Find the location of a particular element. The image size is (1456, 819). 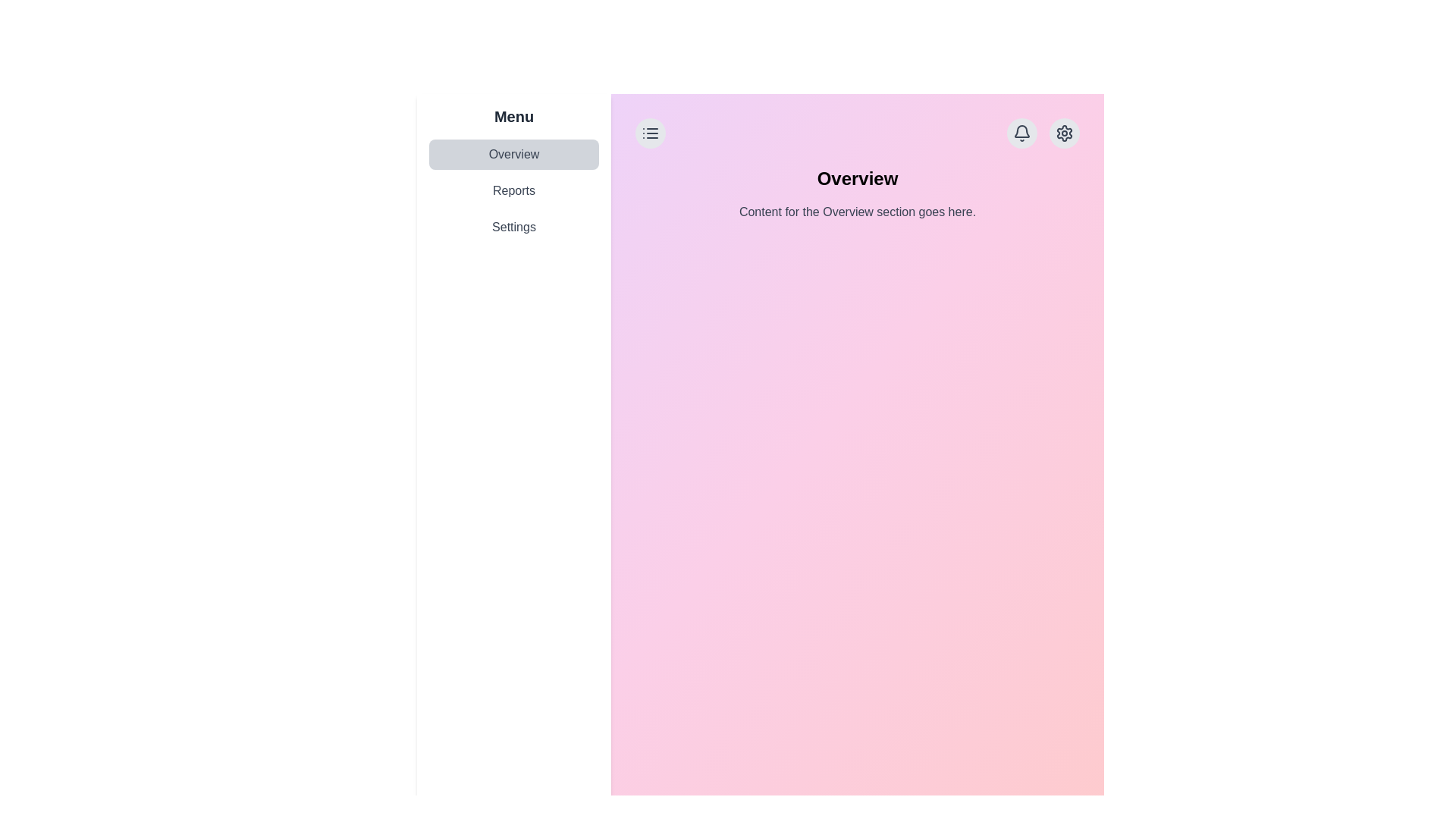

the text block that reads 'Content for the Overview section goes here.' which is styled in a smaller, lighter gray font and positioned directly under the 'Overview' heading is located at coordinates (858, 212).